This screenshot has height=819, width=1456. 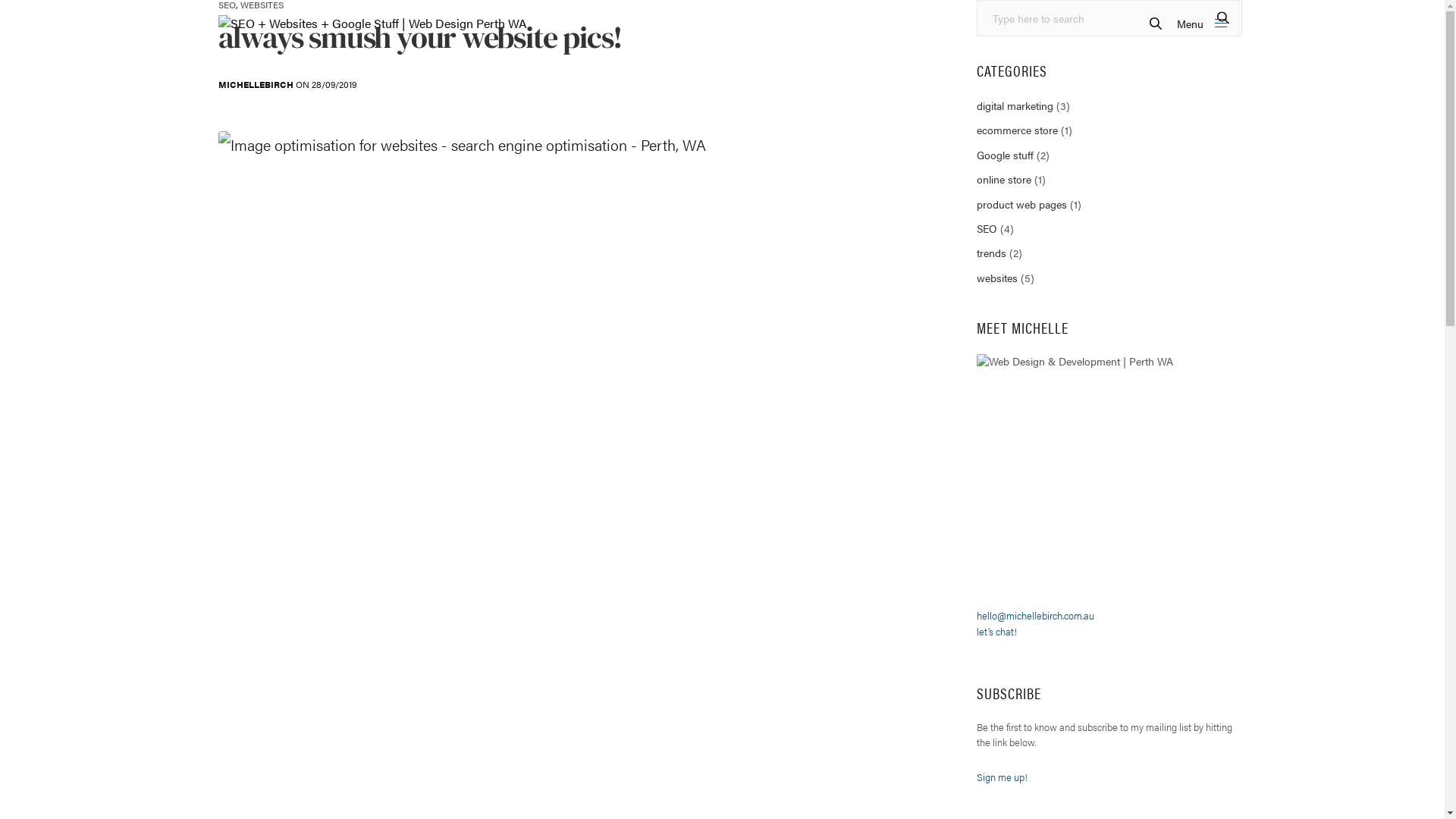 What do you see at coordinates (976, 177) in the screenshot?
I see `'online store'` at bounding box center [976, 177].